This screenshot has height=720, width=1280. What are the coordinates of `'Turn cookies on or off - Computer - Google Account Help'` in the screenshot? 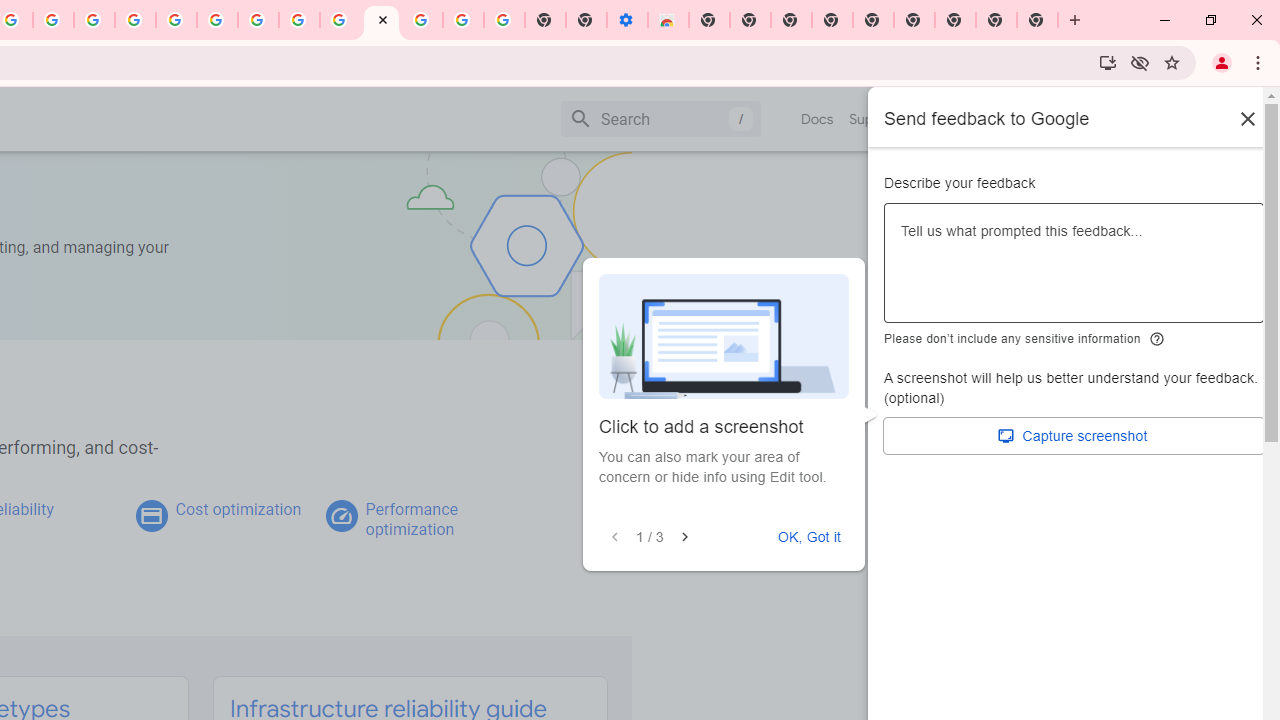 It's located at (504, 20).